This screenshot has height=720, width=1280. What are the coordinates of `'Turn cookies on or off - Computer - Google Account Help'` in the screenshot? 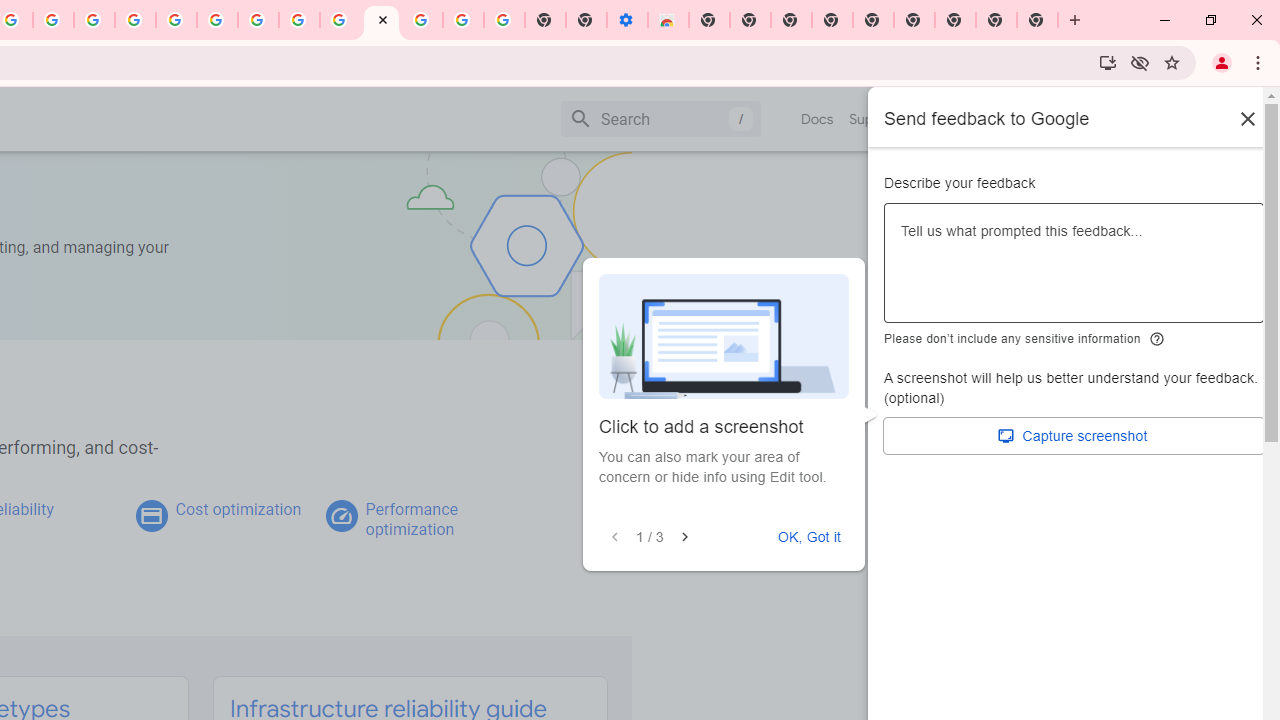 It's located at (504, 20).